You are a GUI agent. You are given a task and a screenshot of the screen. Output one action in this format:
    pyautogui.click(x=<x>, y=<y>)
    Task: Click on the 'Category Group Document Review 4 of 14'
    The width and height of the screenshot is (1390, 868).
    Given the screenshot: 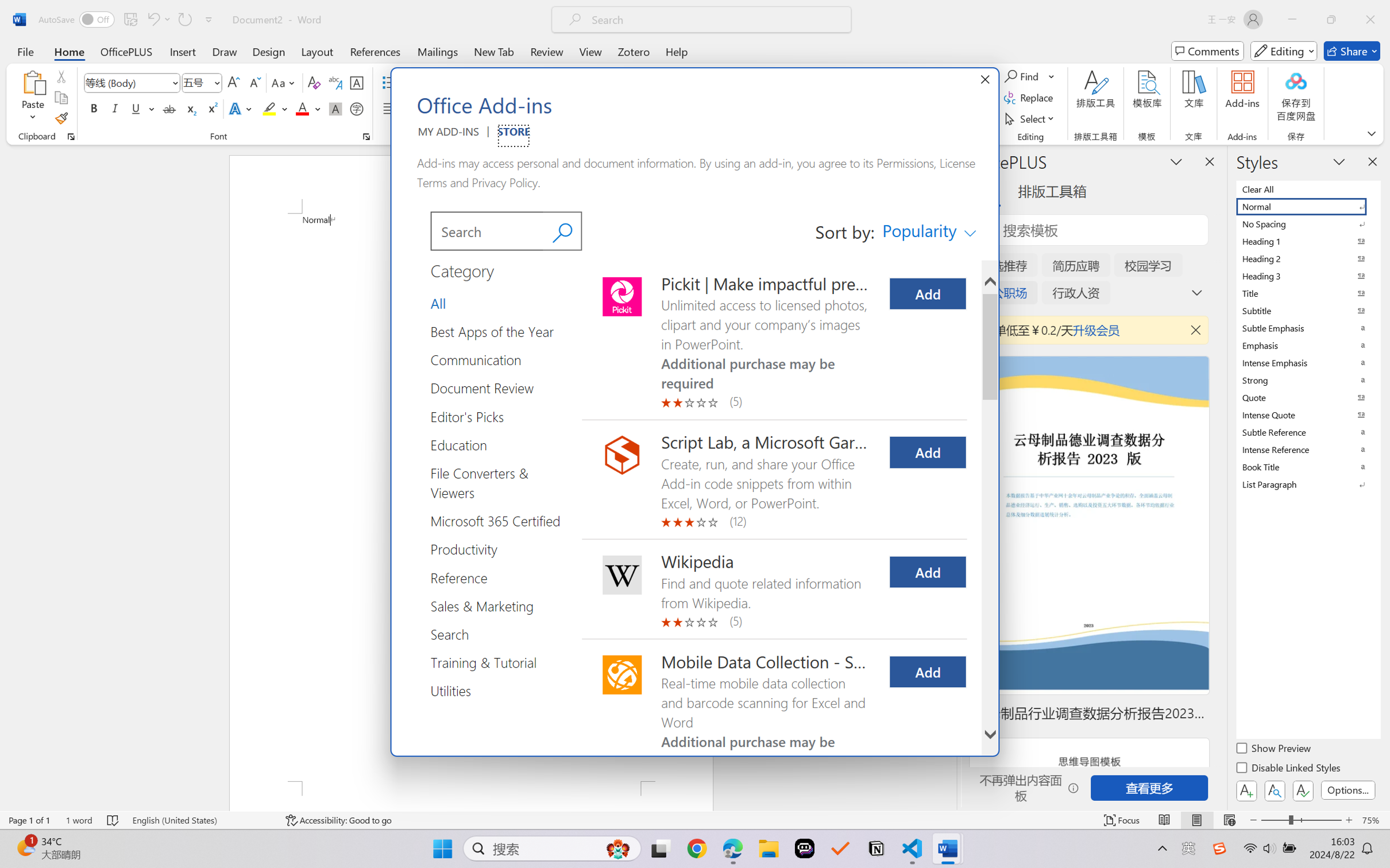 What is the action you would take?
    pyautogui.click(x=486, y=387)
    